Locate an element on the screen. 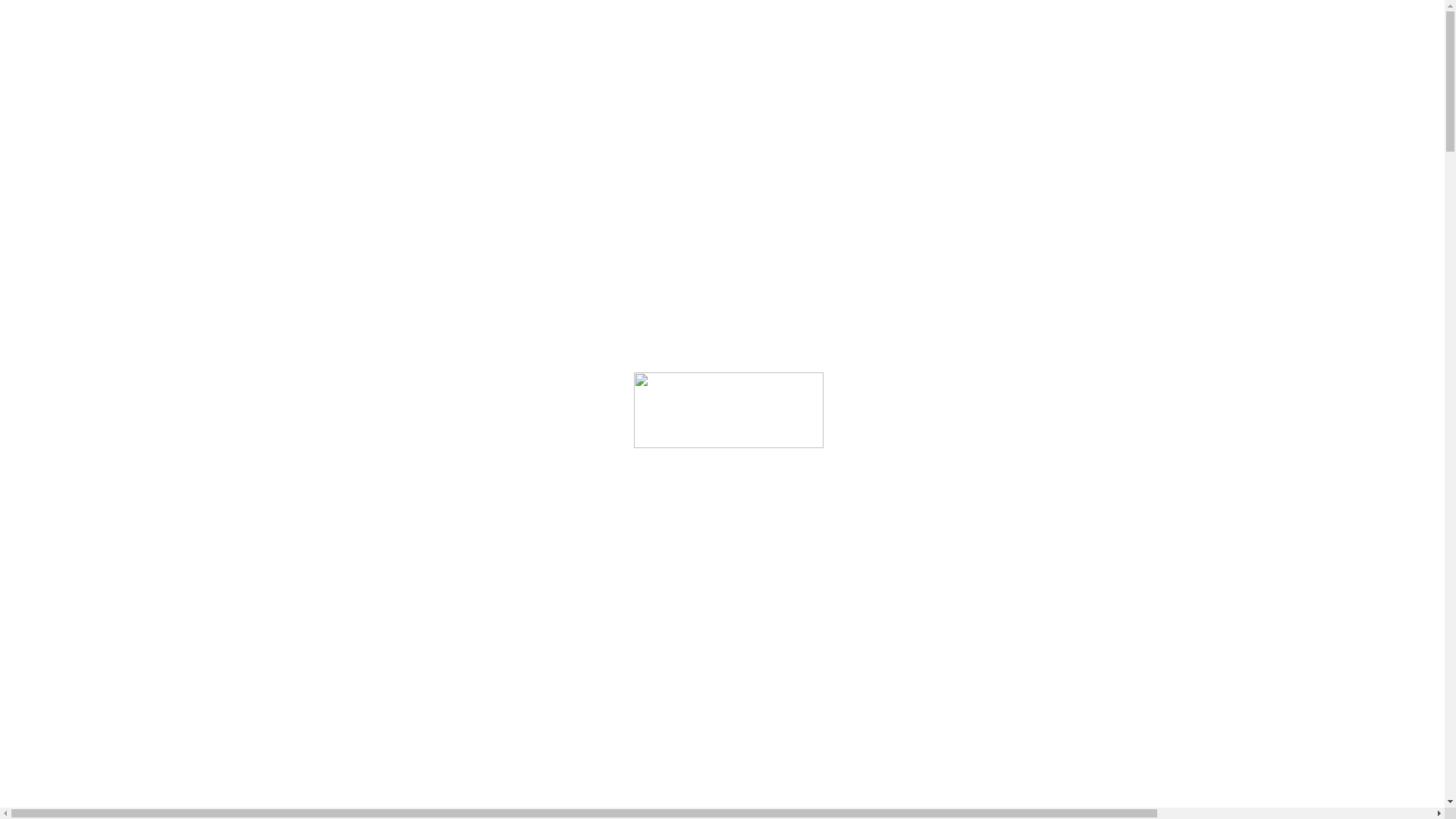 This screenshot has height=819, width=1456. 'FR' is located at coordinates (51, 194).